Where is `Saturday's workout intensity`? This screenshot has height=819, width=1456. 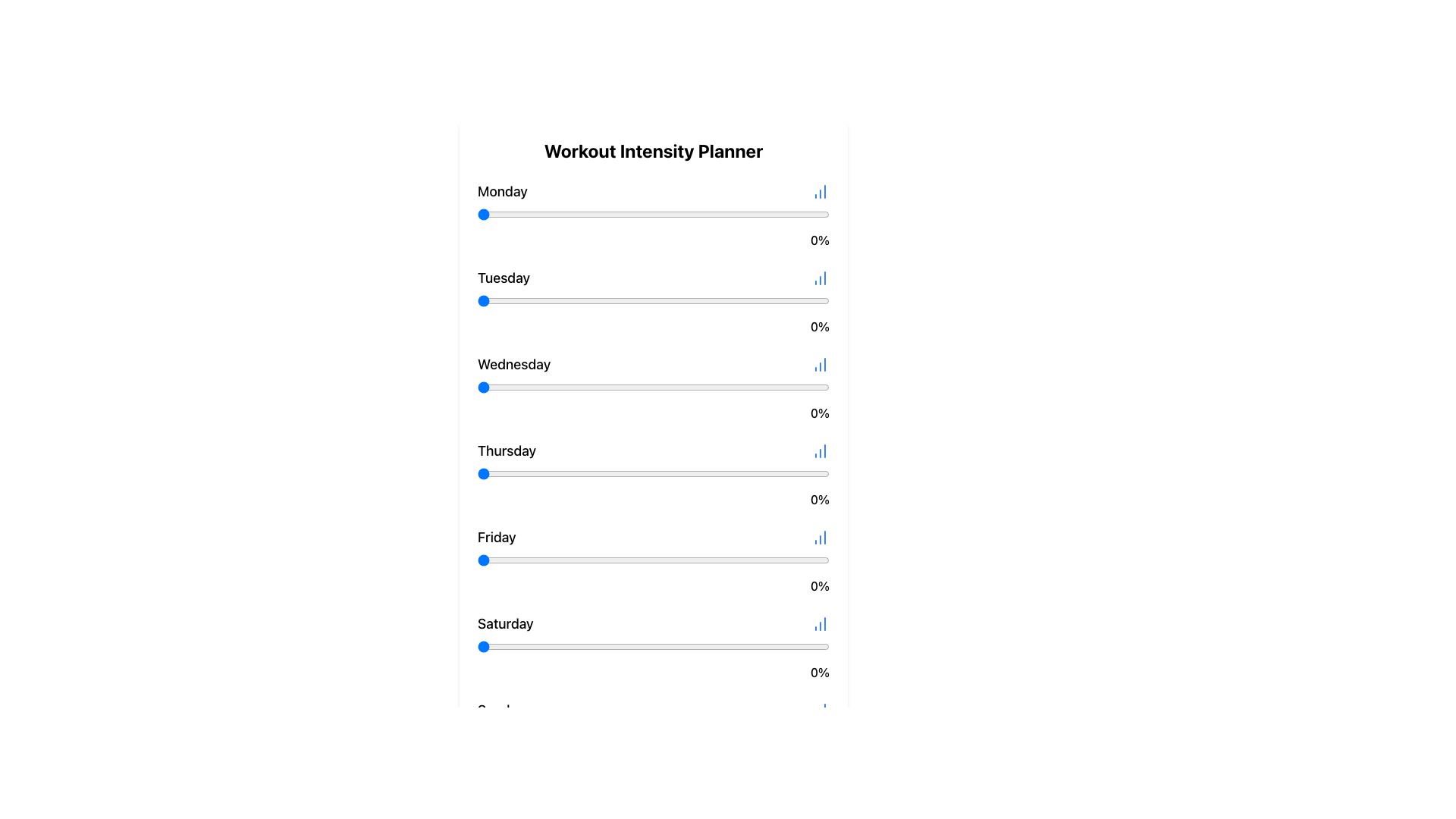 Saturday's workout intensity is located at coordinates (825, 646).